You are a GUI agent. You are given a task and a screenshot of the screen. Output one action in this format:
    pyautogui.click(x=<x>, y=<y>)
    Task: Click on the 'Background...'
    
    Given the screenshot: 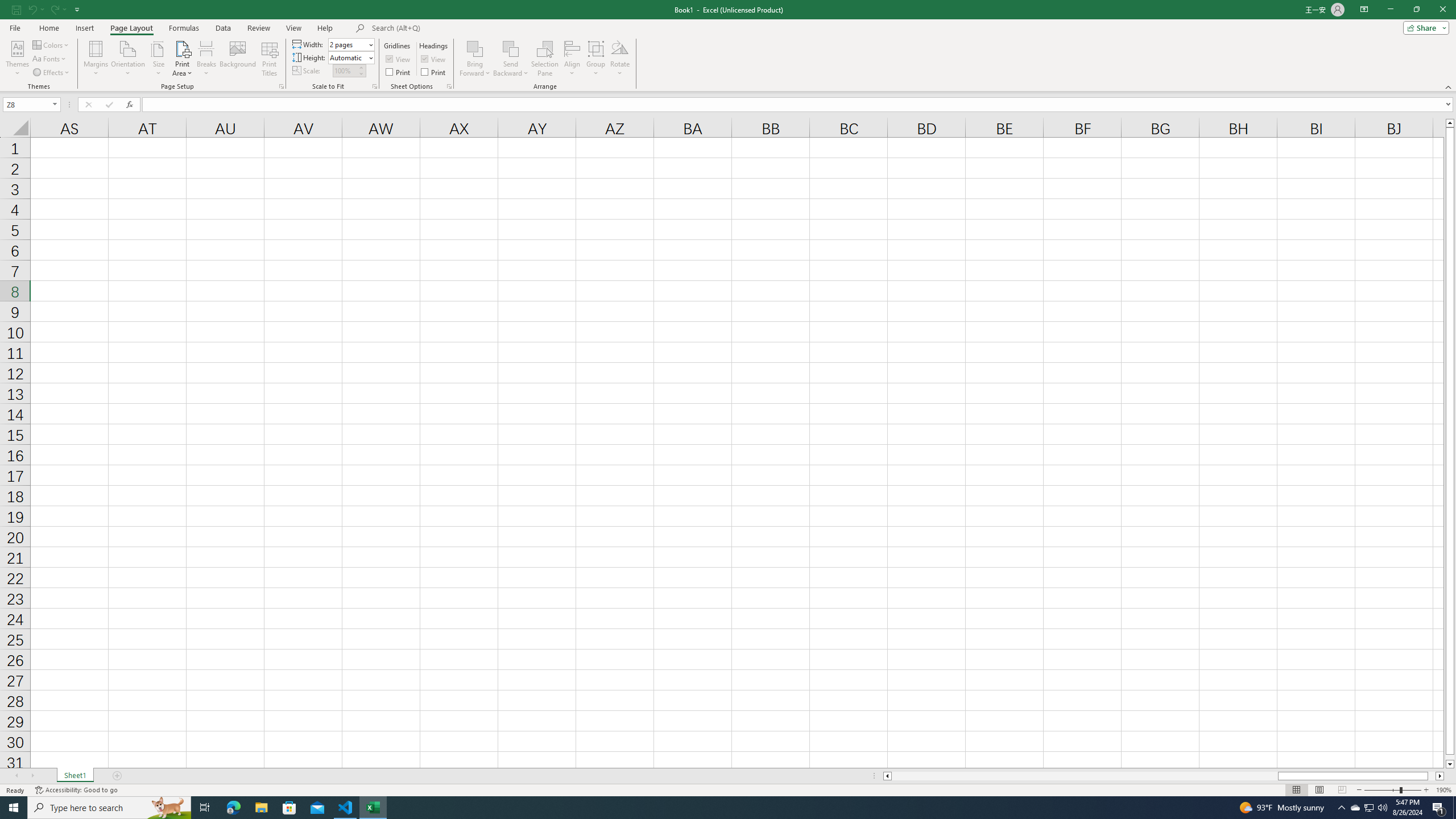 What is the action you would take?
    pyautogui.click(x=237, y=59)
    